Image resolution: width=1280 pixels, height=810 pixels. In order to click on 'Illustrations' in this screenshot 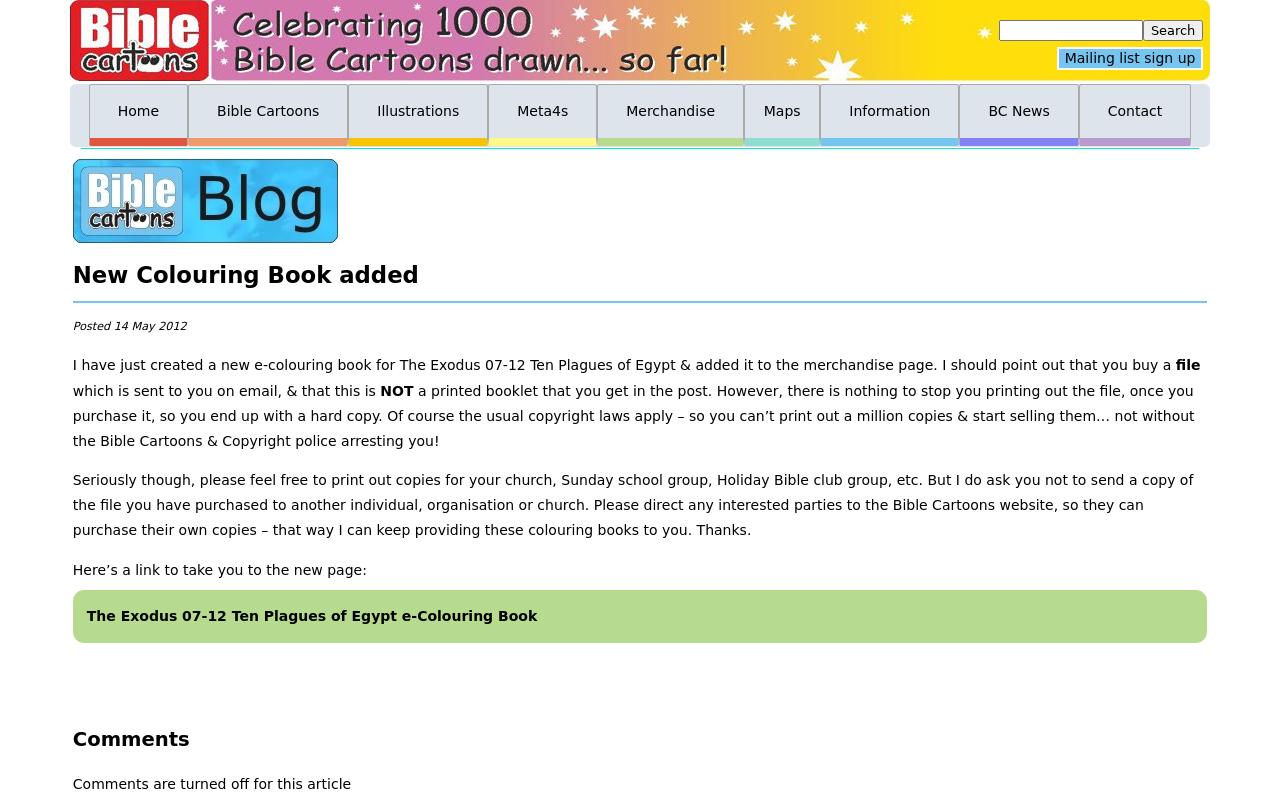, I will do `click(417, 109)`.